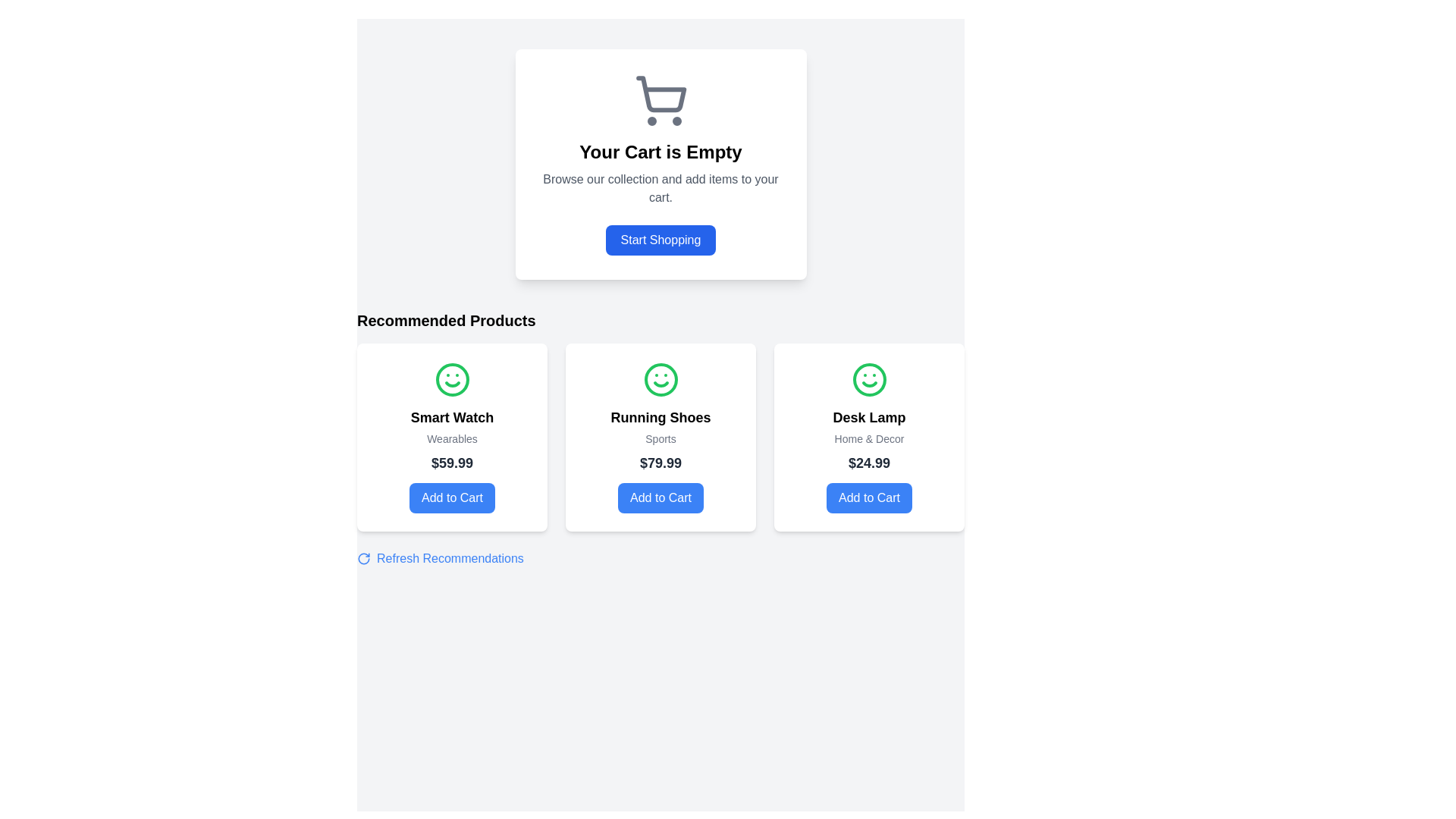  I want to click on the SVG Circle element that forms the outer boundary of the smiley face icon, which is located at the top-center of the 'Running Shoes' product card in the 'Recommended Products' section, so click(661, 379).